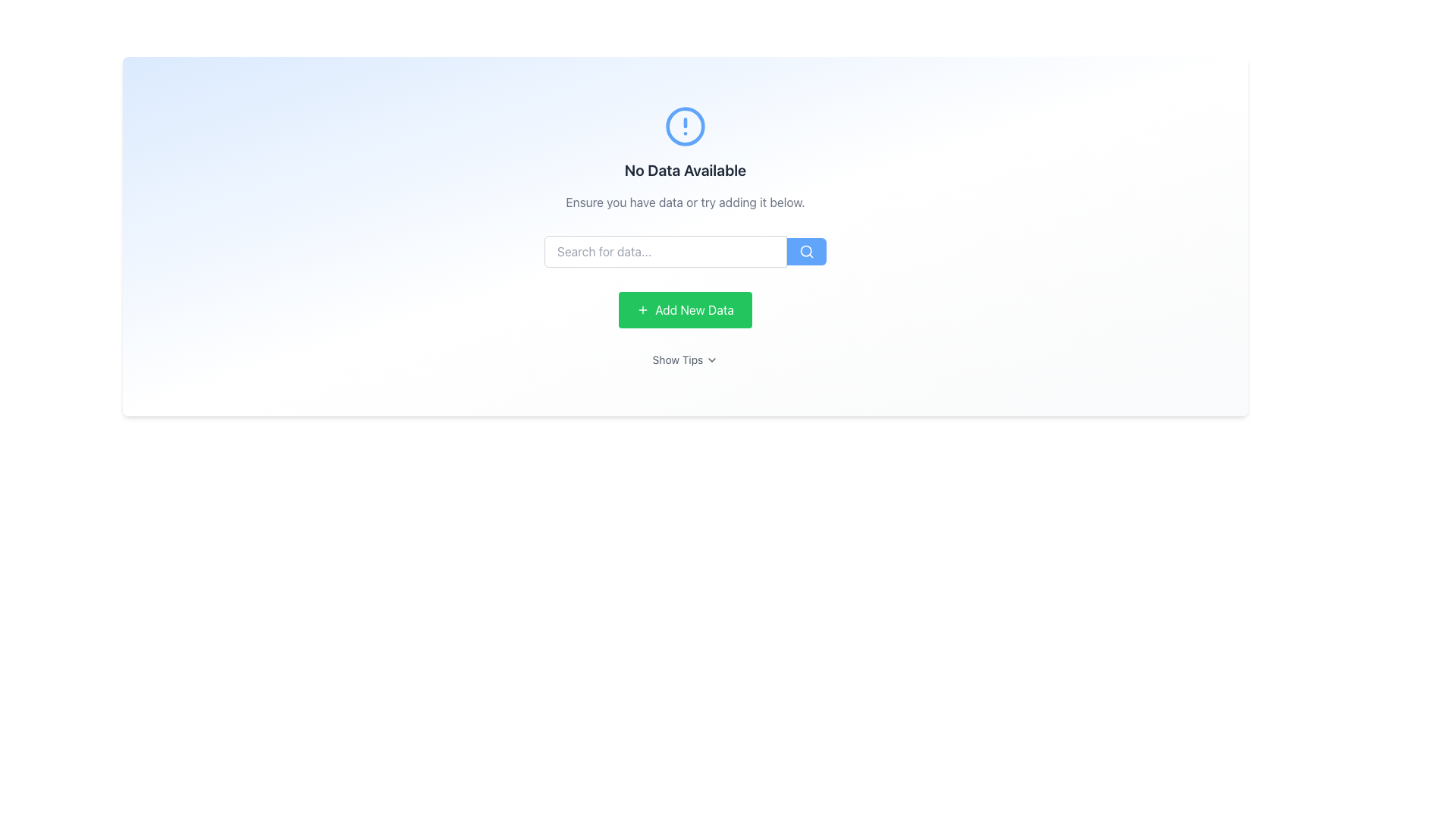  Describe the element at coordinates (643, 309) in the screenshot. I see `the plus icon within the 'Add New Data' green button, which is located towards the center lower region of the interface, adjacent to the text label` at that location.